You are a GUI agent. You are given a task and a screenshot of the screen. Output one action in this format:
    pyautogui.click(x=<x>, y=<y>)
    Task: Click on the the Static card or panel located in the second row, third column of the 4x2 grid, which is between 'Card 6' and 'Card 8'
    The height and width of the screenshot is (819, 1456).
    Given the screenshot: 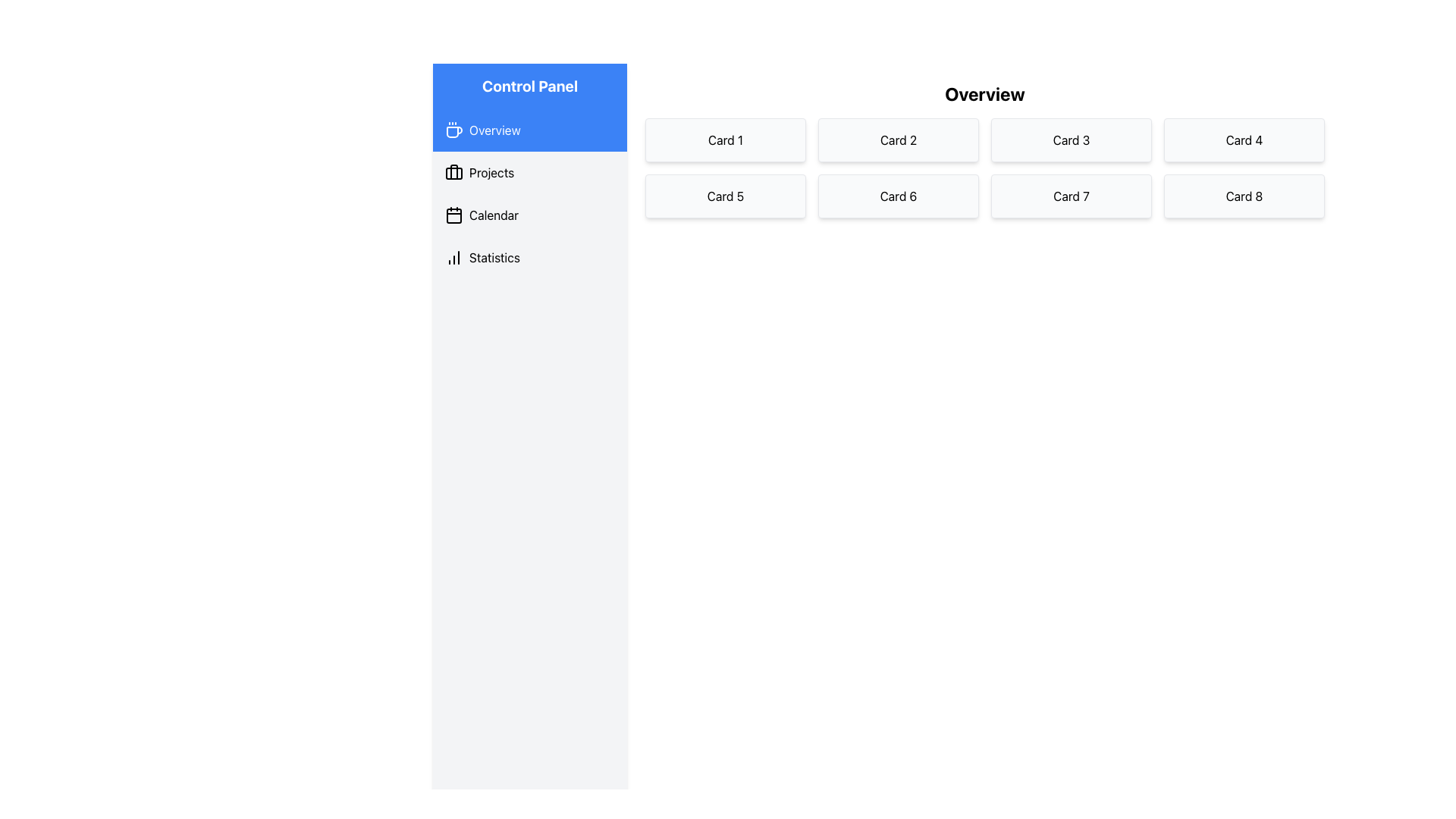 What is the action you would take?
    pyautogui.click(x=1070, y=195)
    